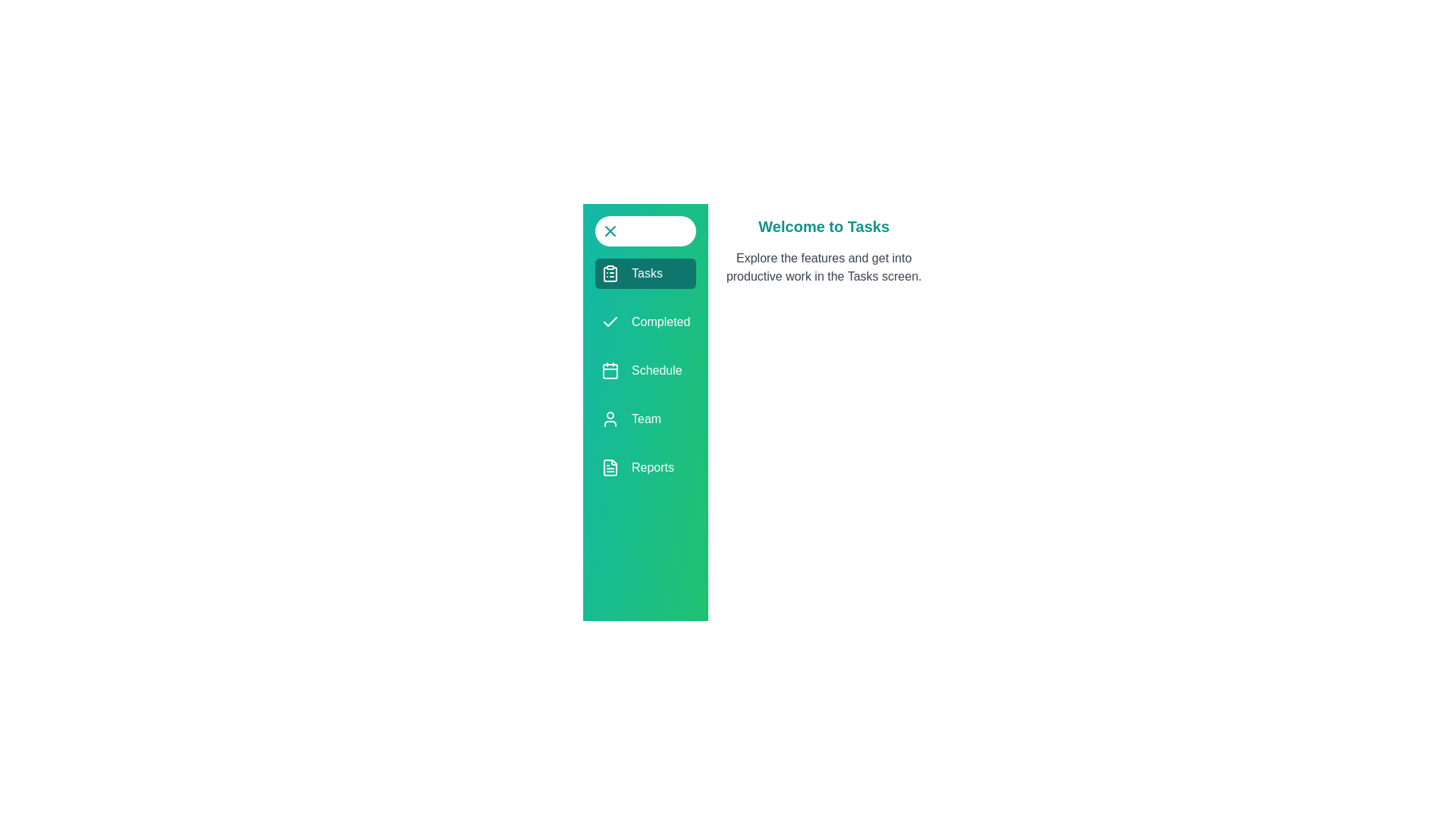 The width and height of the screenshot is (1456, 819). Describe the element at coordinates (645, 419) in the screenshot. I see `the menu item Team from the available options` at that location.